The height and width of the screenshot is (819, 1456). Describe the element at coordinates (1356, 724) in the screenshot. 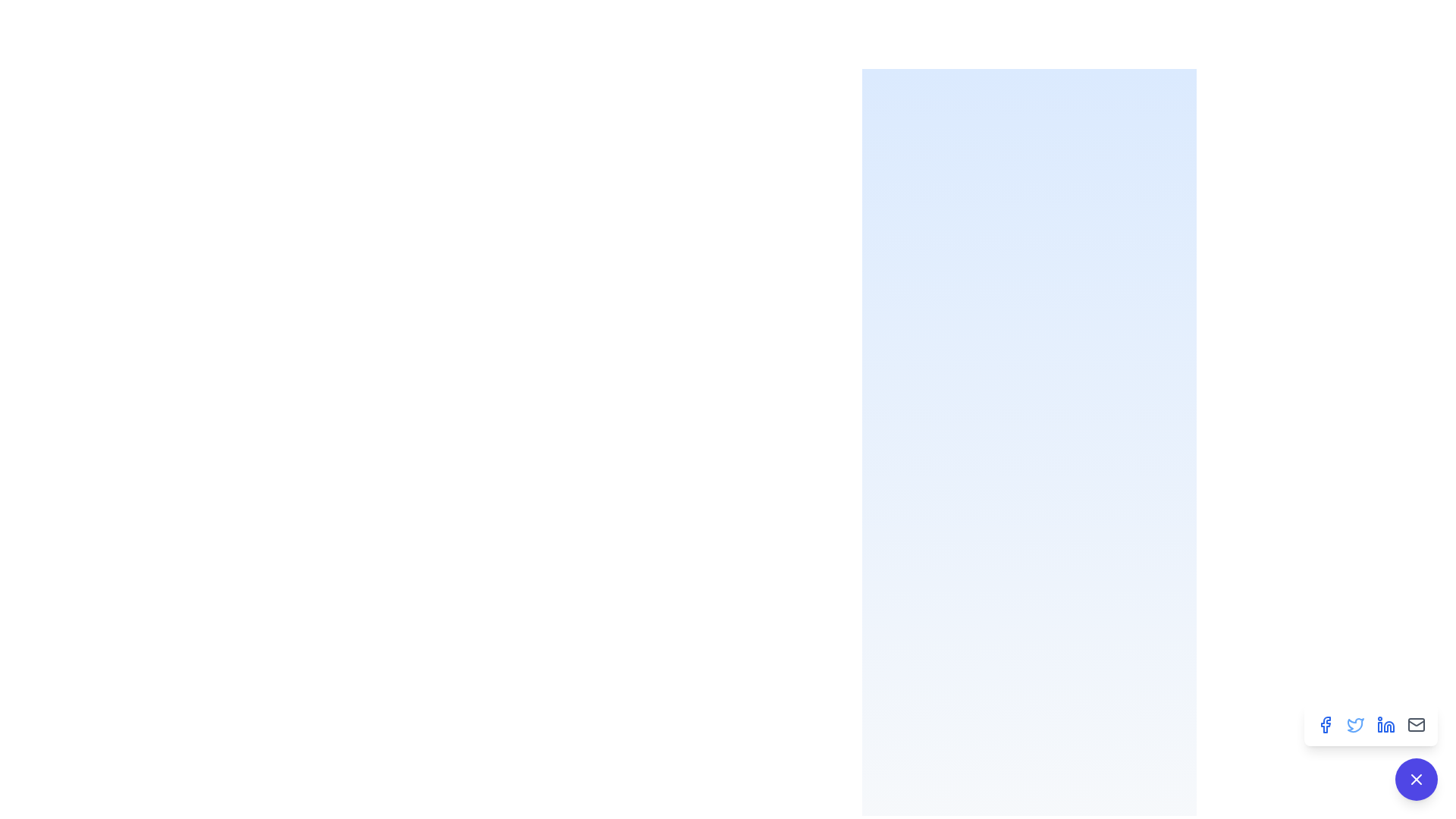

I see `the blue Twitter icon button located between the Facebook and LinkedIn icons at the bottom-right corner` at that location.